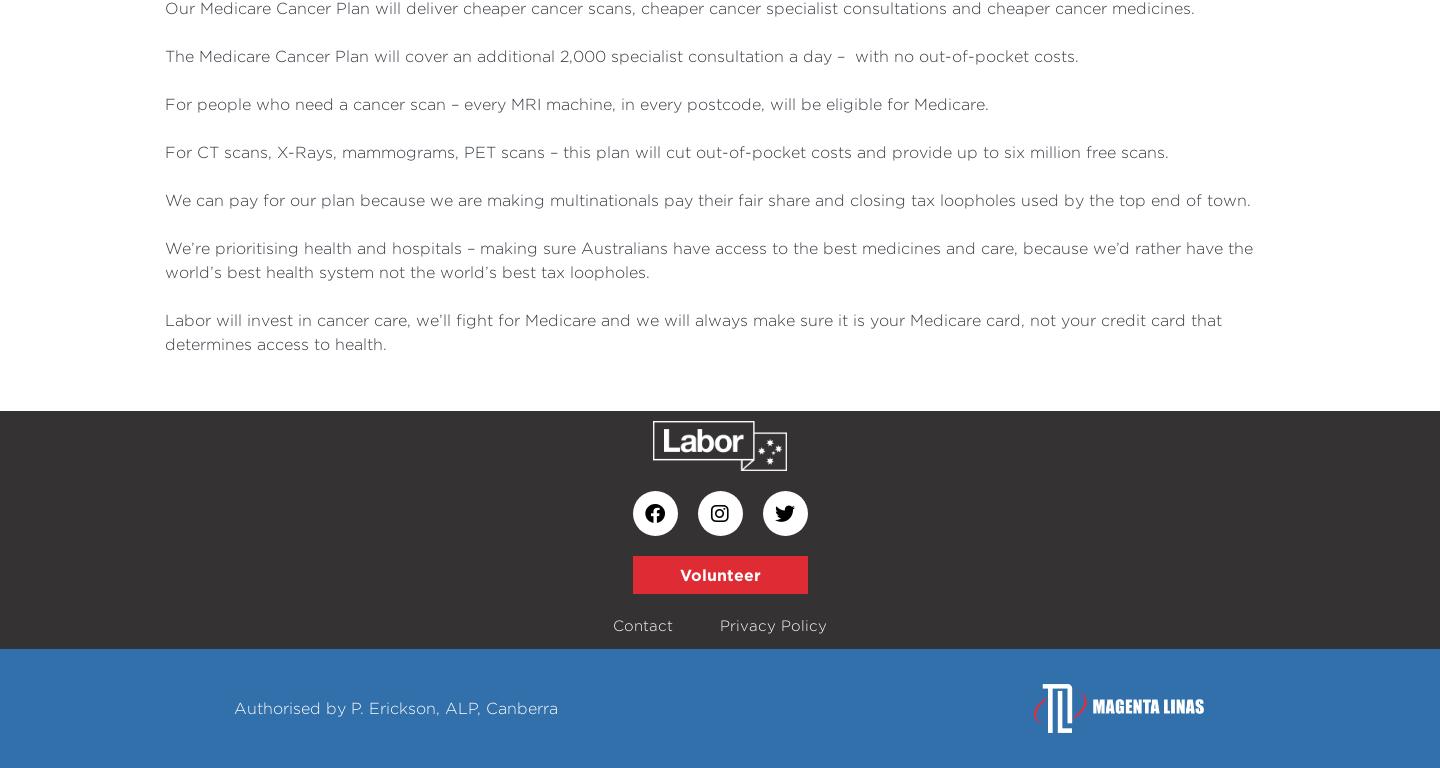 The width and height of the screenshot is (1440, 768). Describe the element at coordinates (709, 258) in the screenshot. I see `'We’re prioritising health and hospitals – making sure Australians have access to the best medicines and care, because we’d rather have the world’s best health system not the world’s best tax loopholes.'` at that location.